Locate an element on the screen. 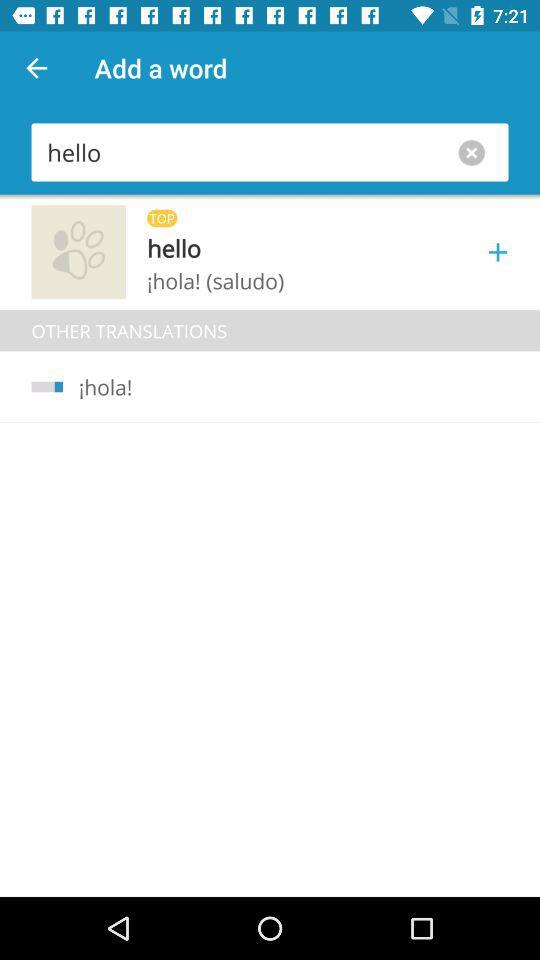  clear search bar is located at coordinates (475, 151).